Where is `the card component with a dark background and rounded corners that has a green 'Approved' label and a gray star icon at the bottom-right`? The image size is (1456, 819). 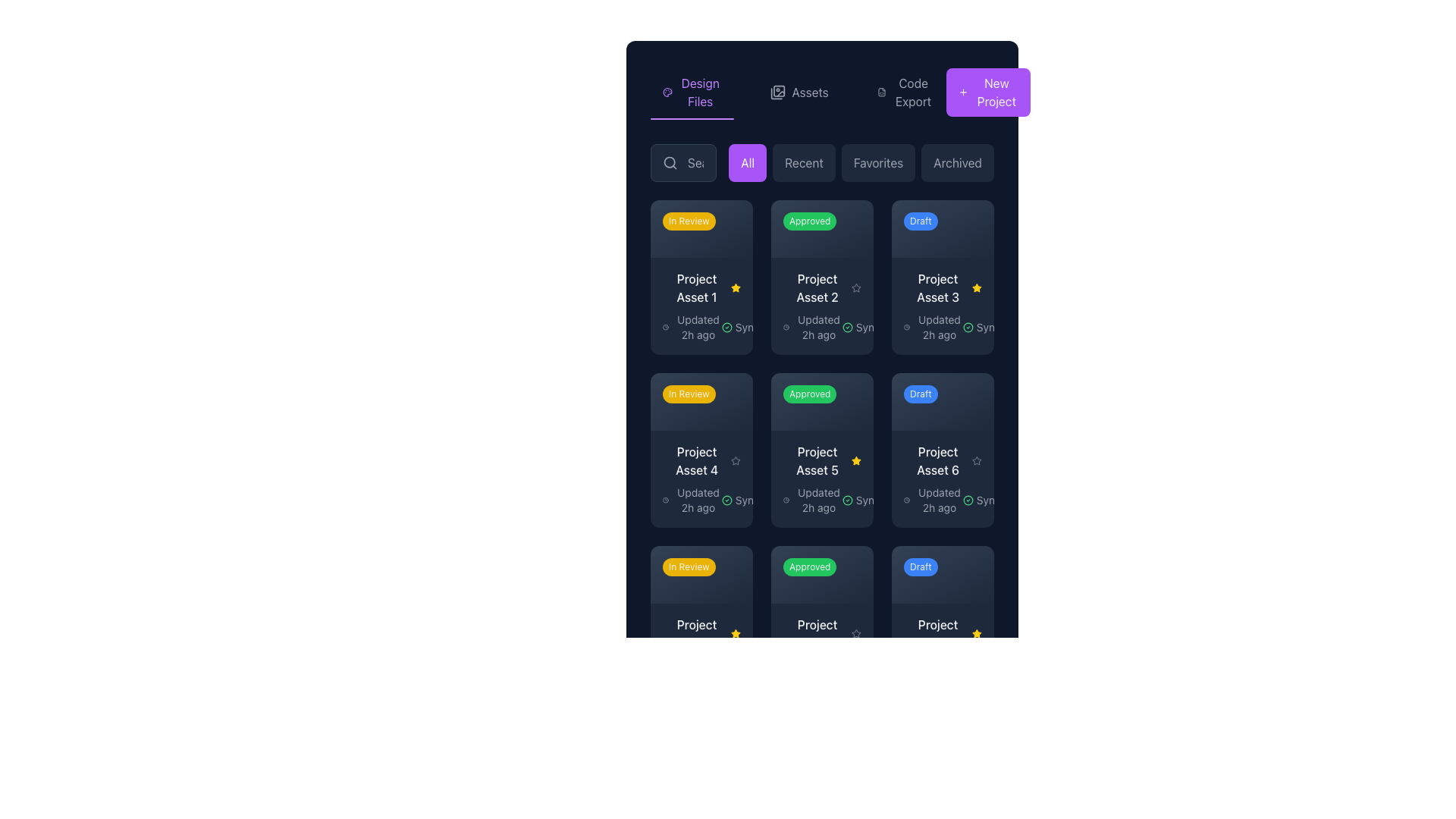
the card component with a dark background and rounded corners that has a green 'Approved' label and a gray star icon at the bottom-right is located at coordinates (821, 623).